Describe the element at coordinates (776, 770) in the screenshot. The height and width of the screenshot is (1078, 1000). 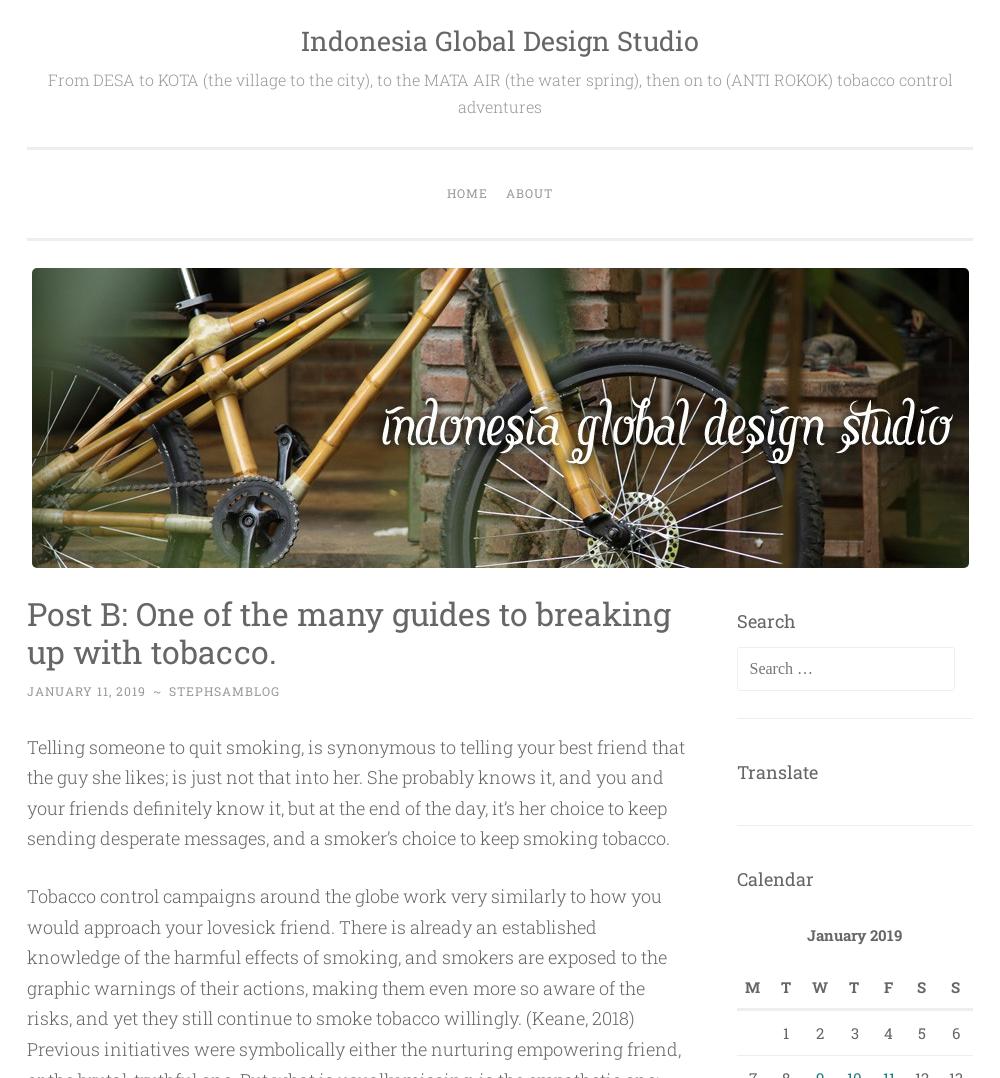
I see `'Translate'` at that location.